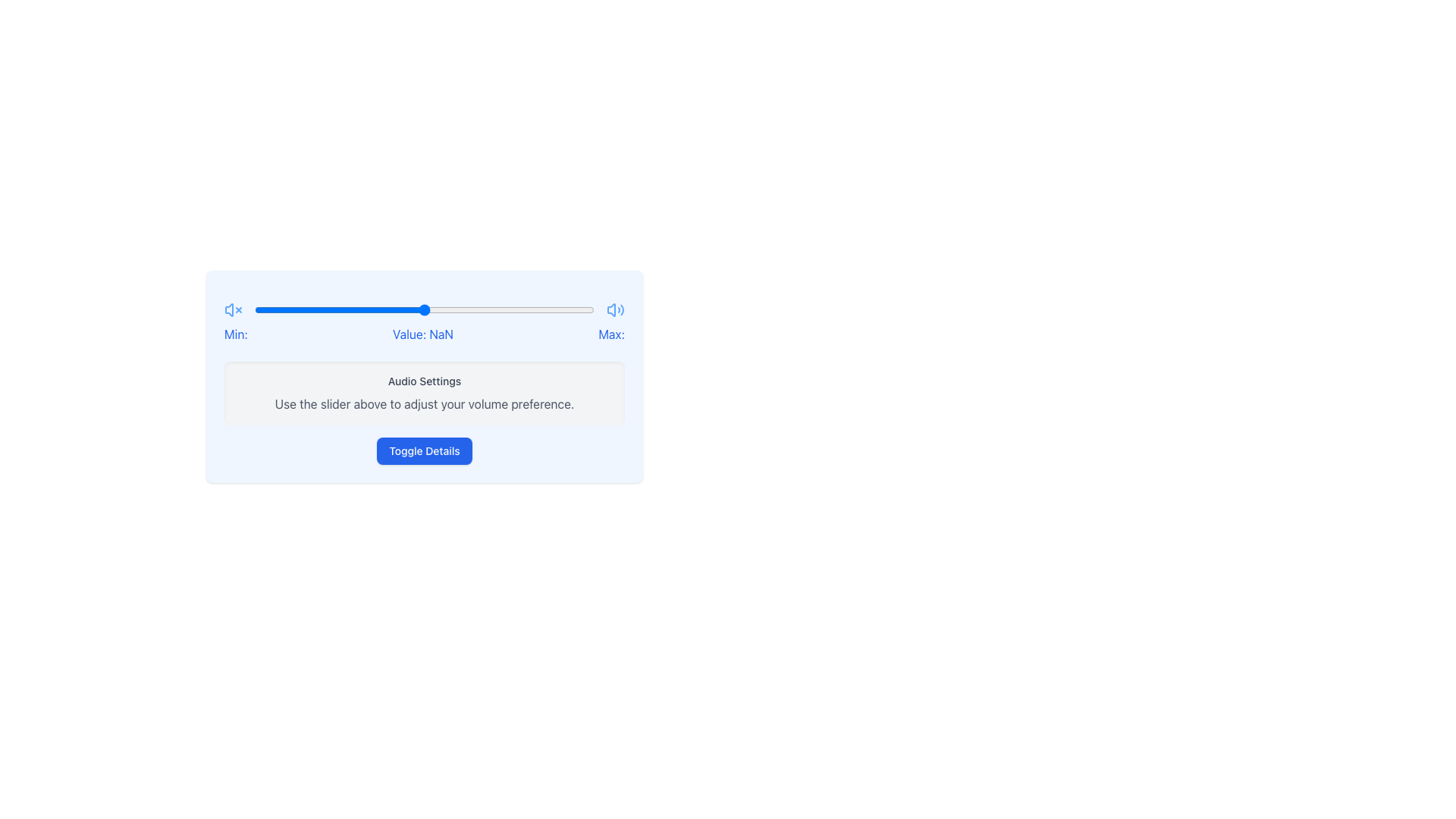 This screenshot has width=1456, height=819. I want to click on the slider, so click(492, 309).